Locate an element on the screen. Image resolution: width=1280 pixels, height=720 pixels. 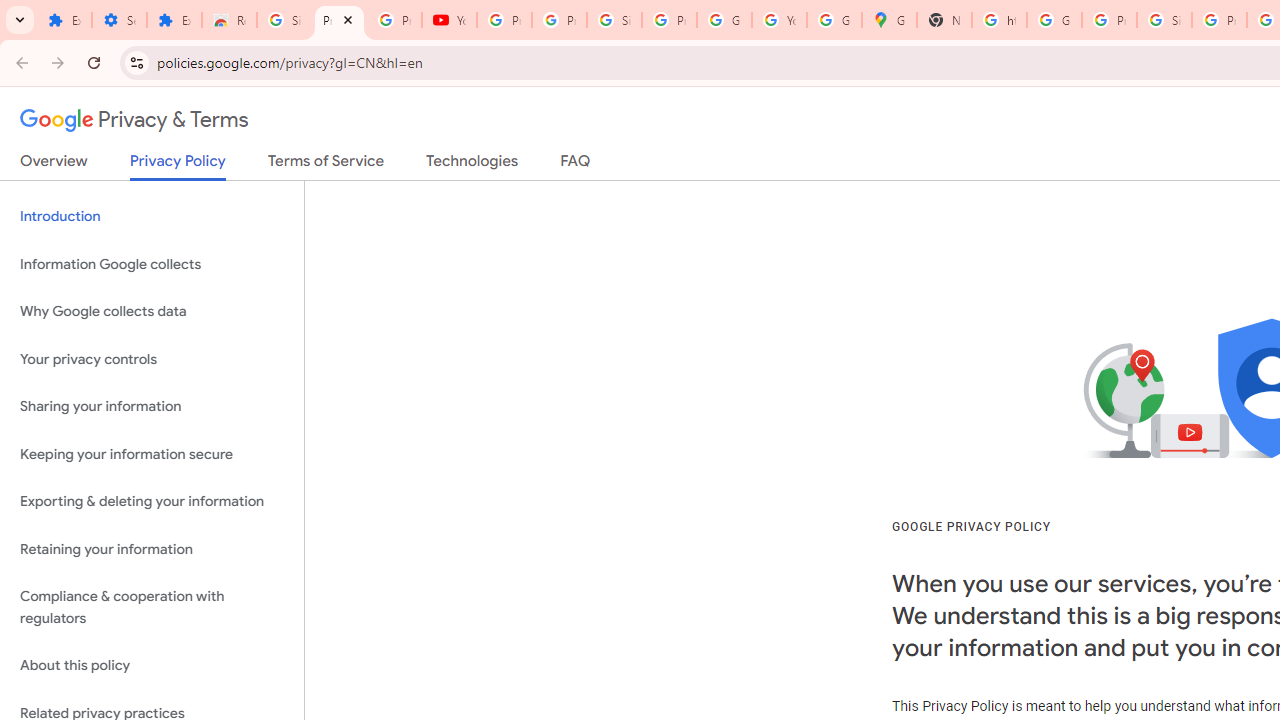
'Reviews: Helix Fruit Jump Arcade Game' is located at coordinates (229, 20).